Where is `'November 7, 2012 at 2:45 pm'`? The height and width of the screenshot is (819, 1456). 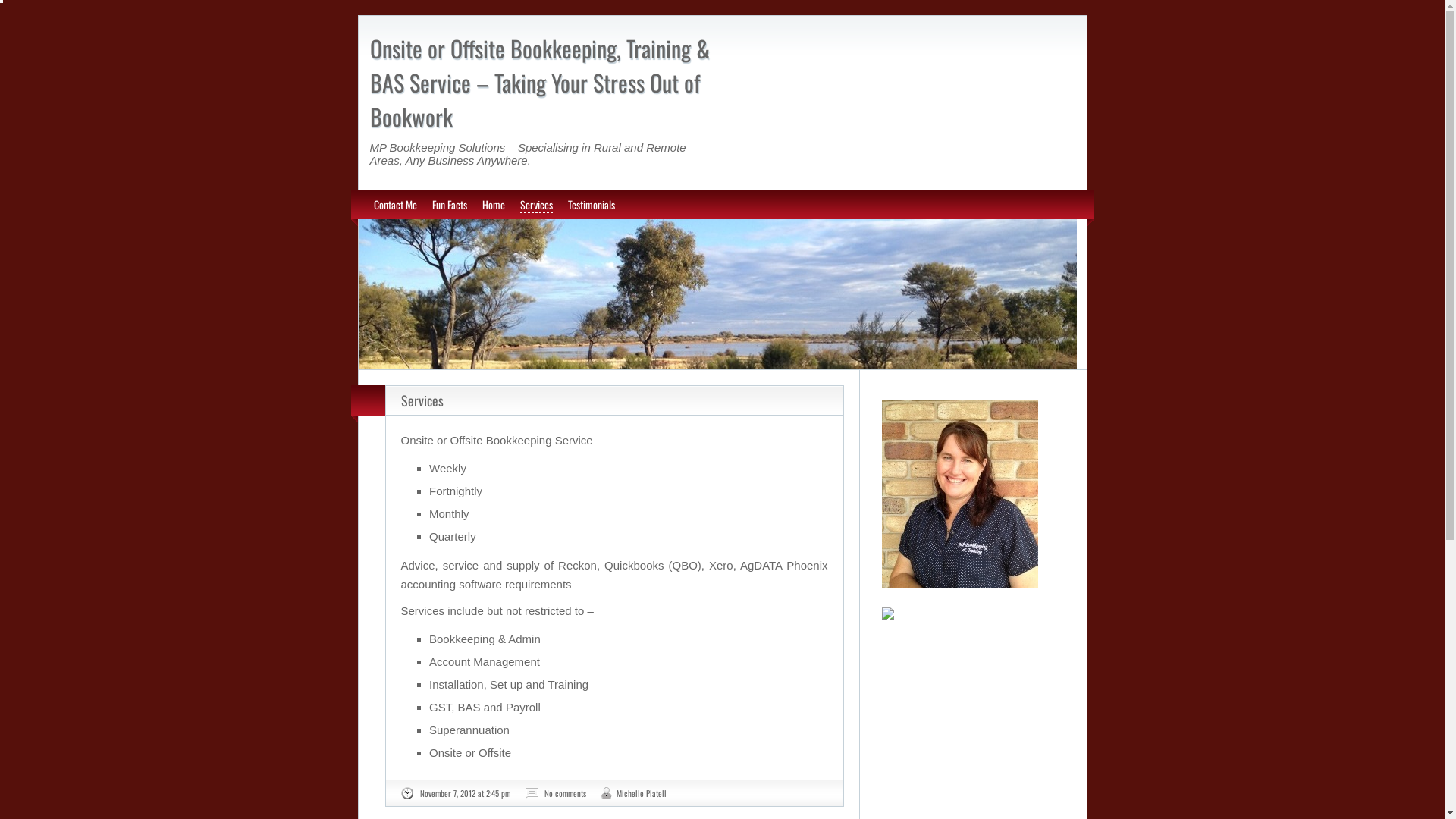 'November 7, 2012 at 2:45 pm' is located at coordinates (464, 792).